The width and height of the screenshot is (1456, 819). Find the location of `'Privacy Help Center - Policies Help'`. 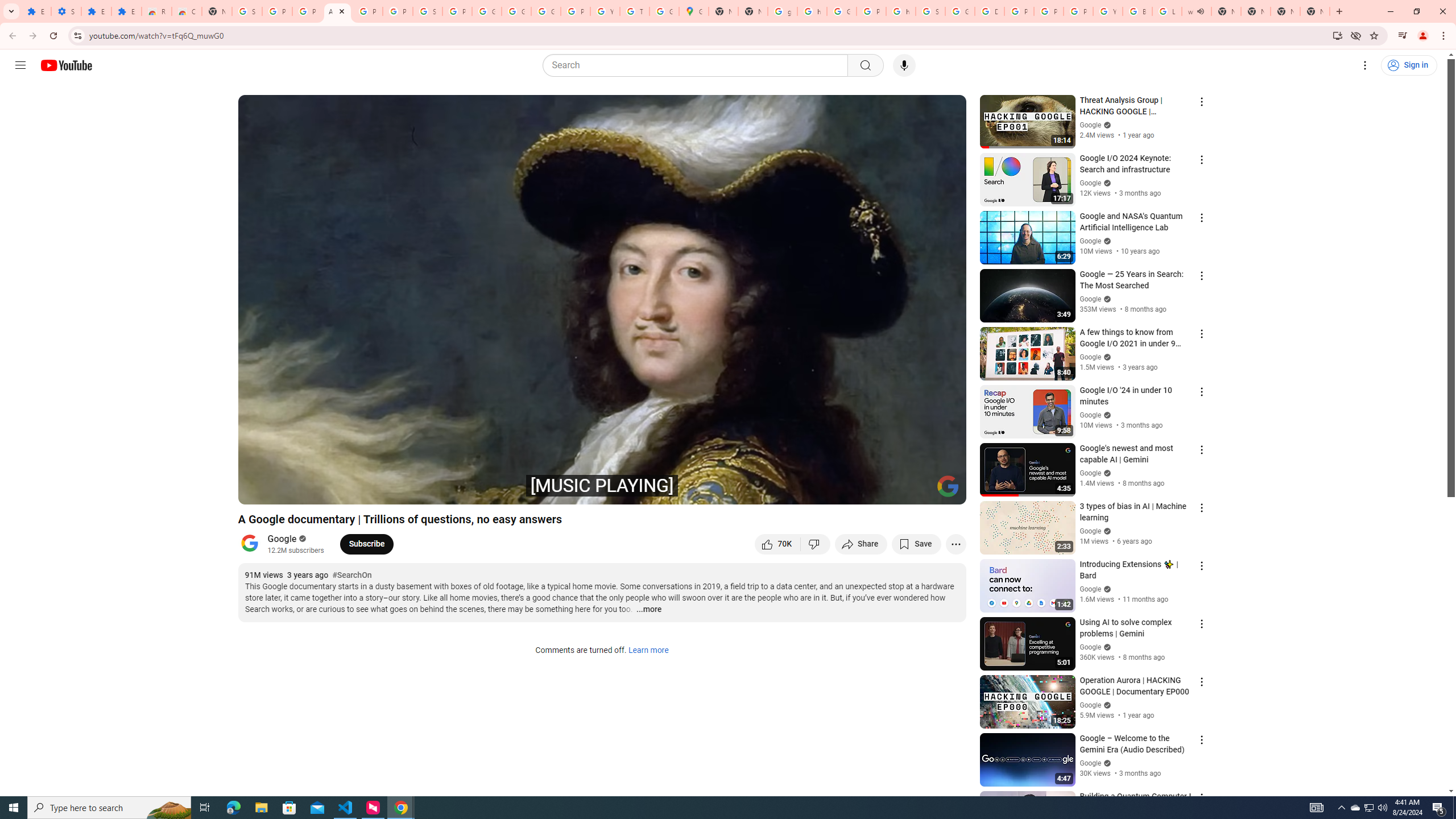

'Privacy Help Center - Policies Help' is located at coordinates (1048, 11).